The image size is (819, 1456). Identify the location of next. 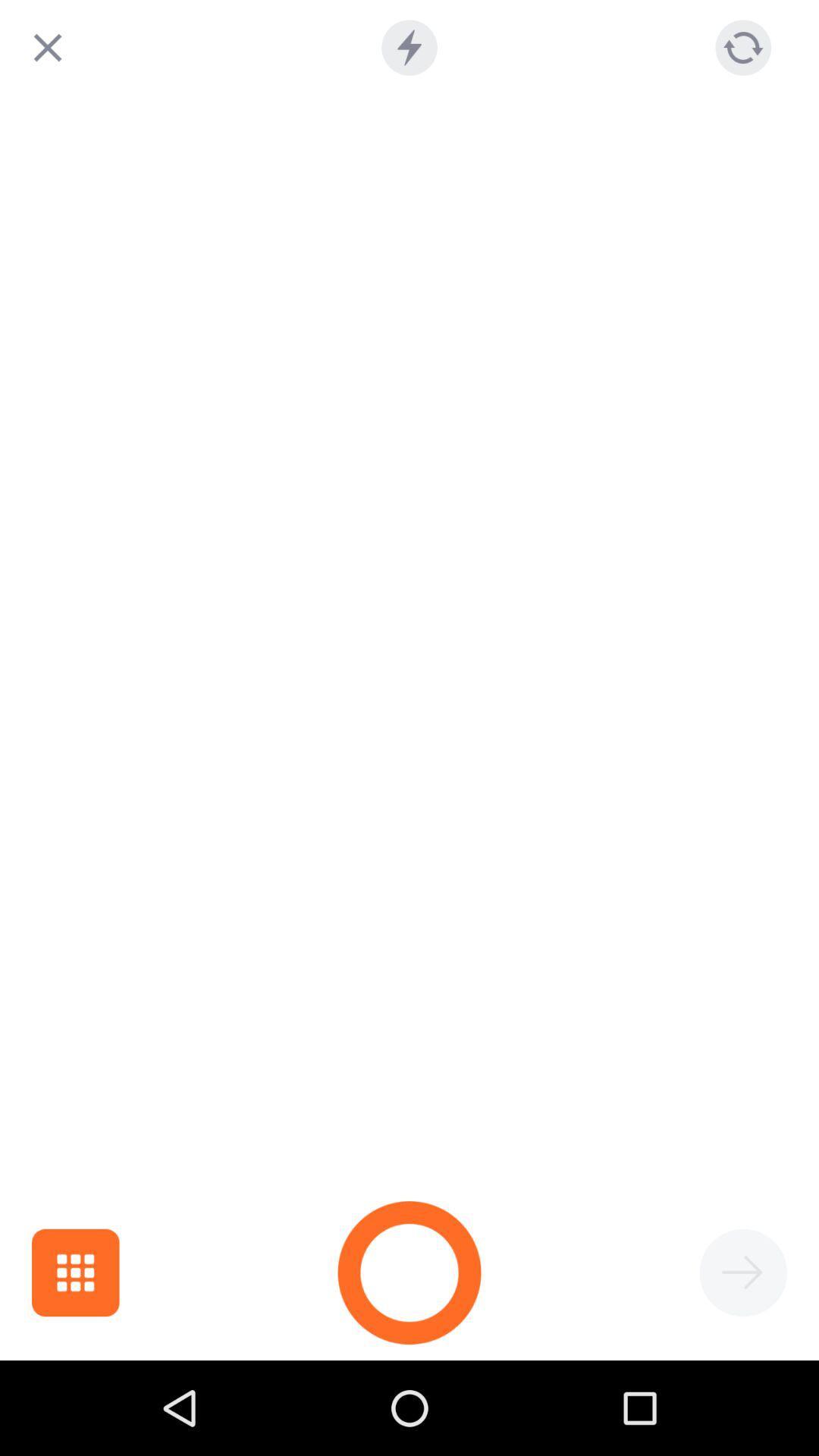
(742, 1272).